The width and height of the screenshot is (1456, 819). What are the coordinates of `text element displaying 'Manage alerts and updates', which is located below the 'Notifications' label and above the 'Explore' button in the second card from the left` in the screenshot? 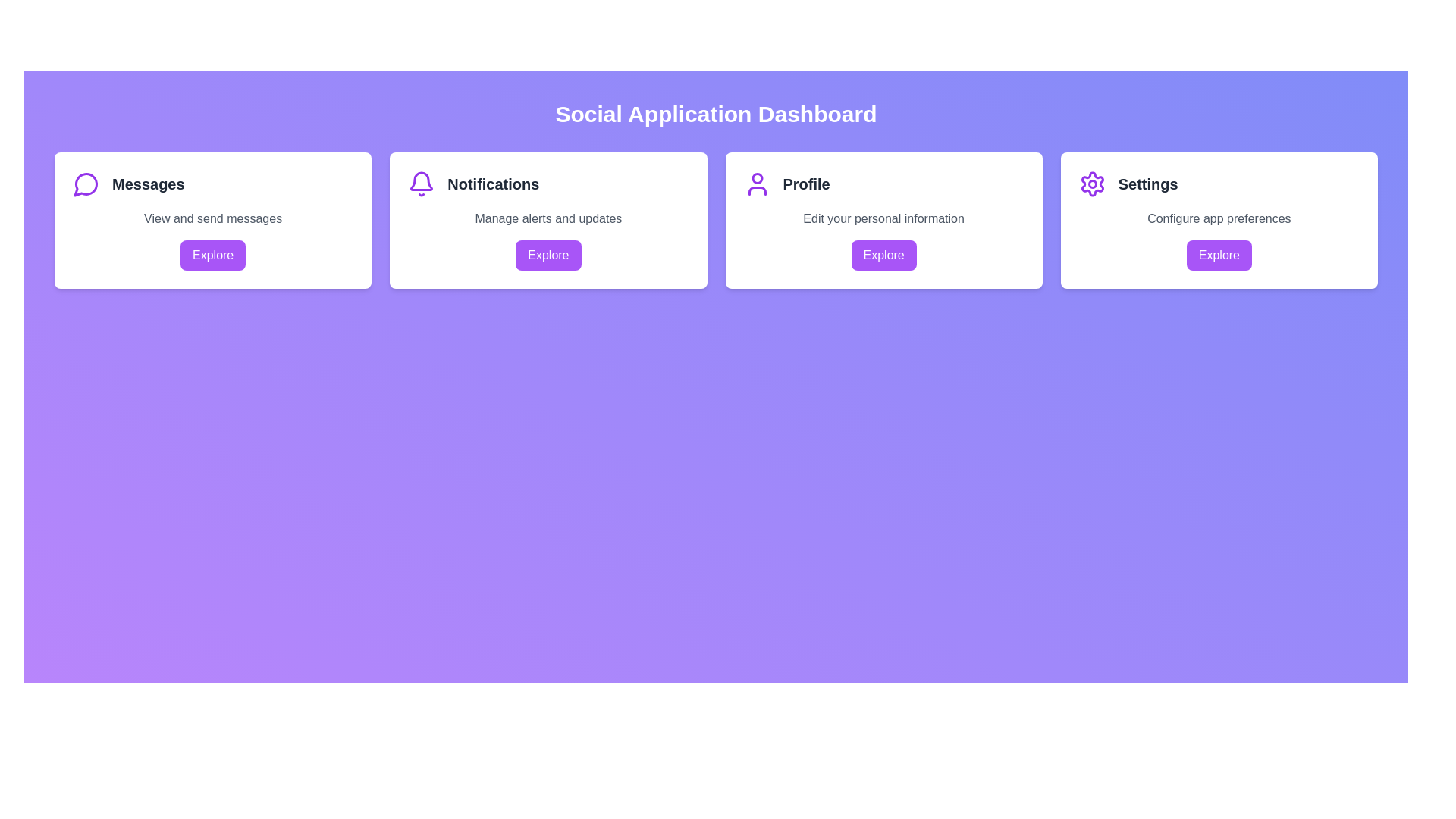 It's located at (548, 219).